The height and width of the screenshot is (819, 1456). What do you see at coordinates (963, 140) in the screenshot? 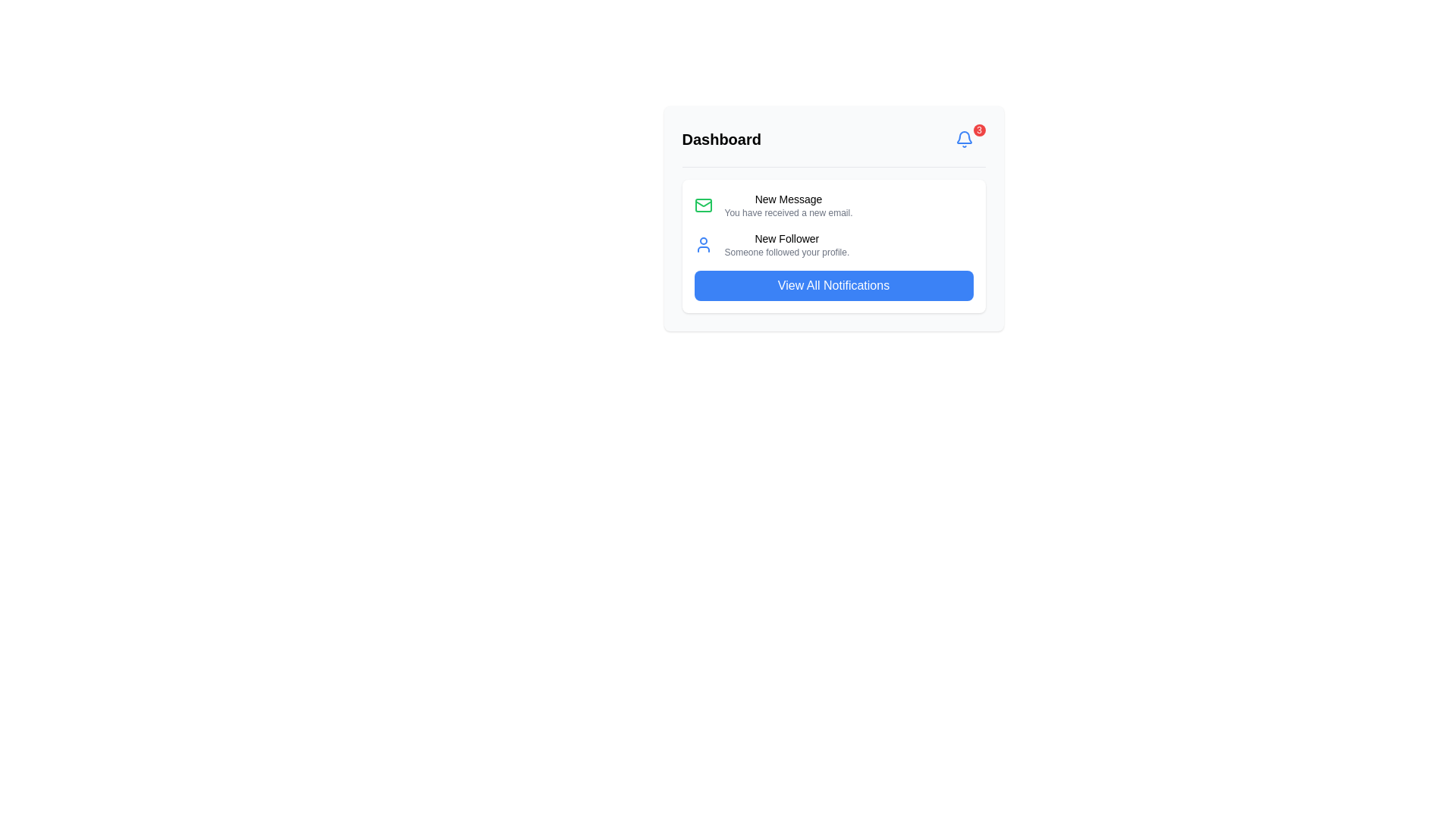
I see `the bell notification icon using tab navigation, located in the top-right corner of the interface next to the 'Dashboard' title` at bounding box center [963, 140].